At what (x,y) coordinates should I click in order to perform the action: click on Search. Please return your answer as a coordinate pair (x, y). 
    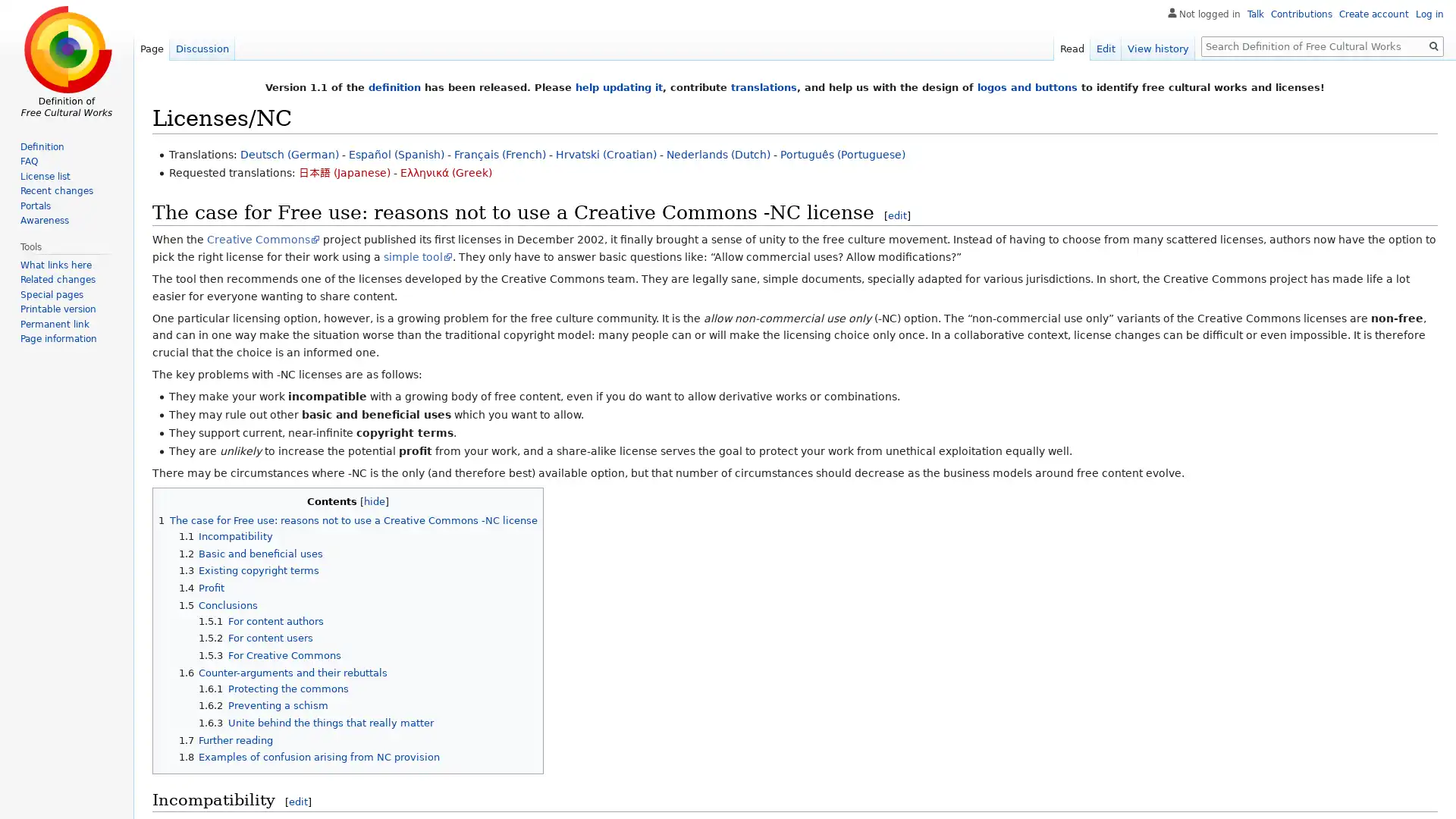
    Looking at the image, I should click on (1433, 45).